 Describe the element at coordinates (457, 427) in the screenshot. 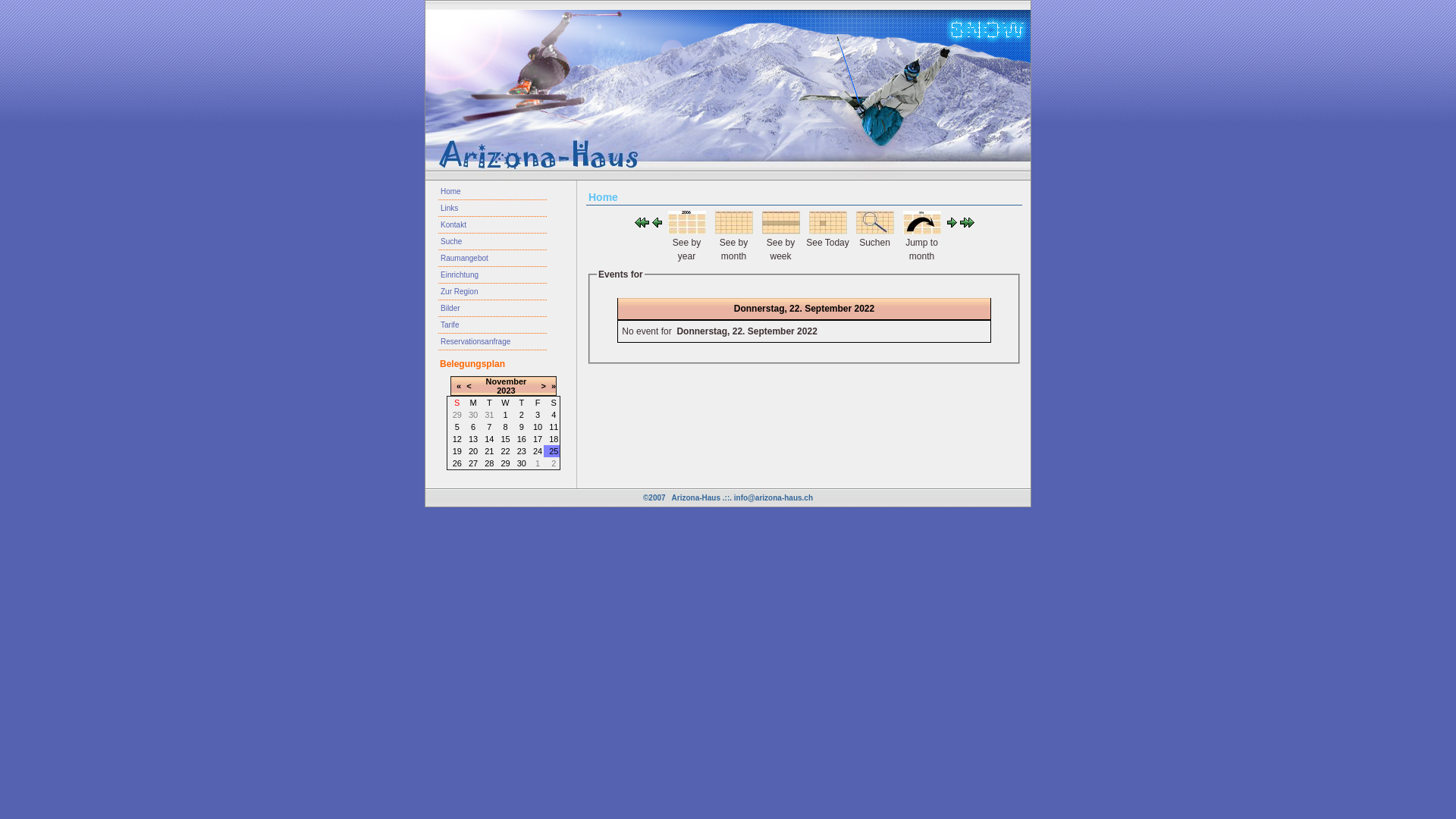

I see `'5'` at that location.